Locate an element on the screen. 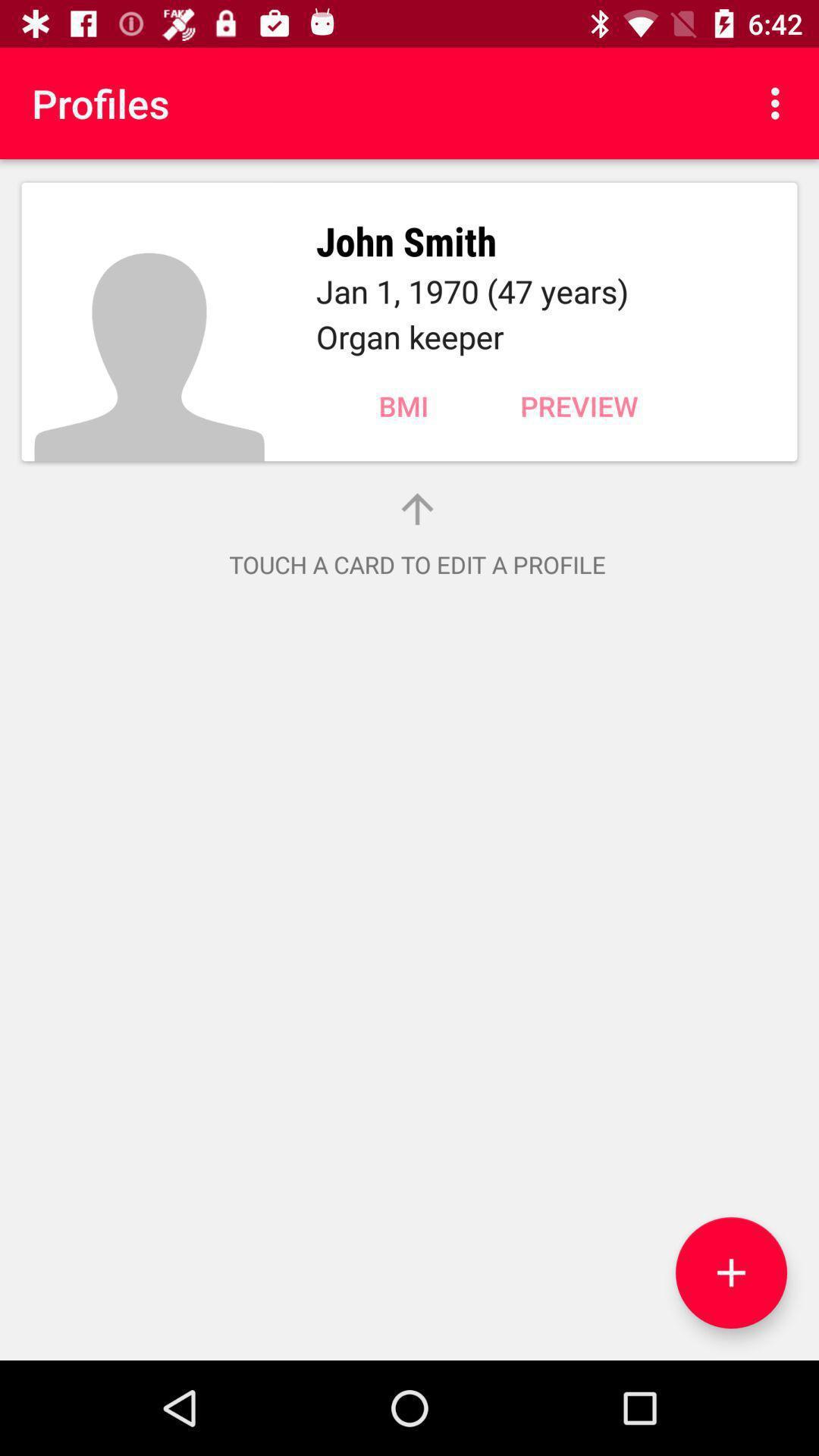 This screenshot has height=1456, width=819. the bmi item is located at coordinates (403, 406).